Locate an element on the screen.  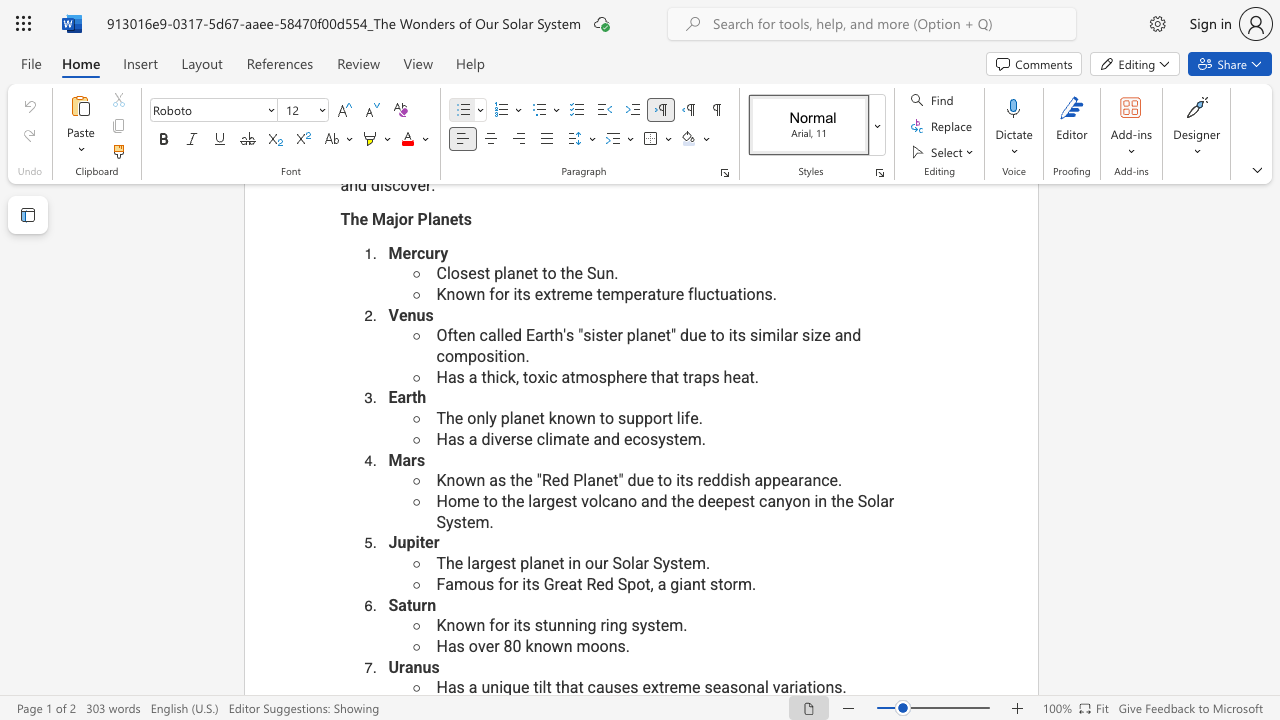
the 1th character "h" in the text is located at coordinates (449, 563).